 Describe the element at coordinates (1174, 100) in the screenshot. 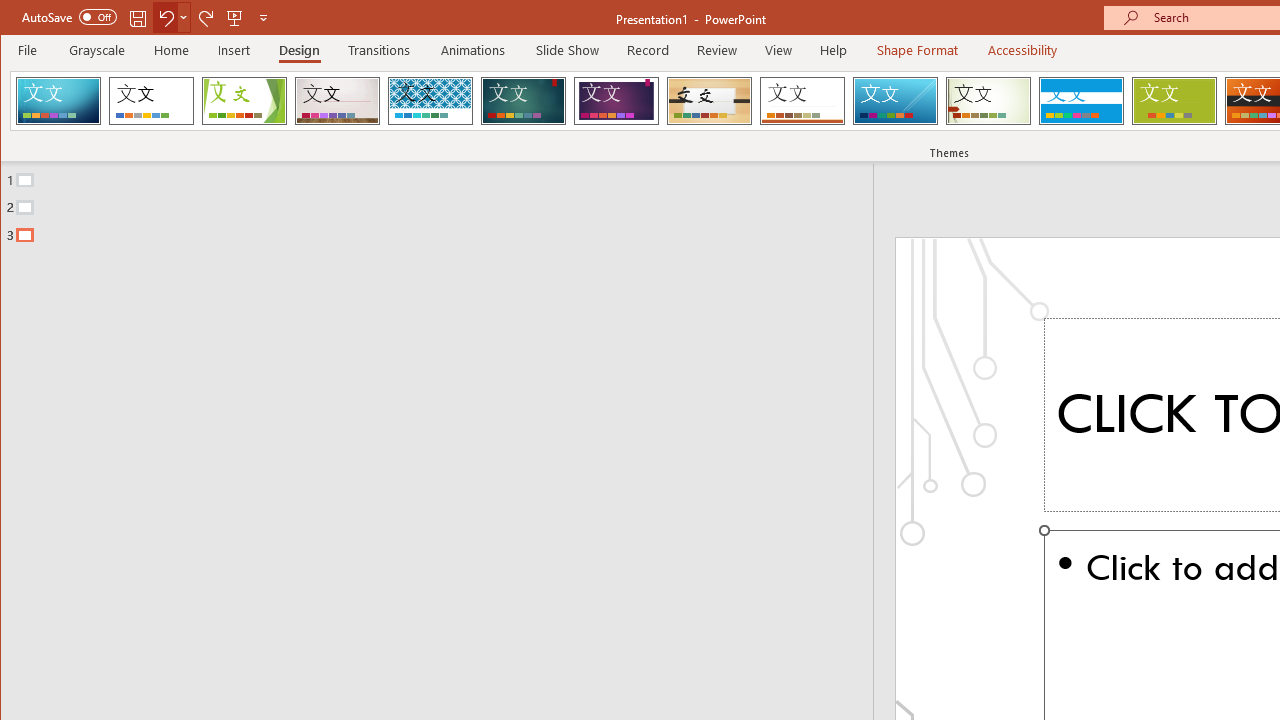

I see `'Basis'` at that location.